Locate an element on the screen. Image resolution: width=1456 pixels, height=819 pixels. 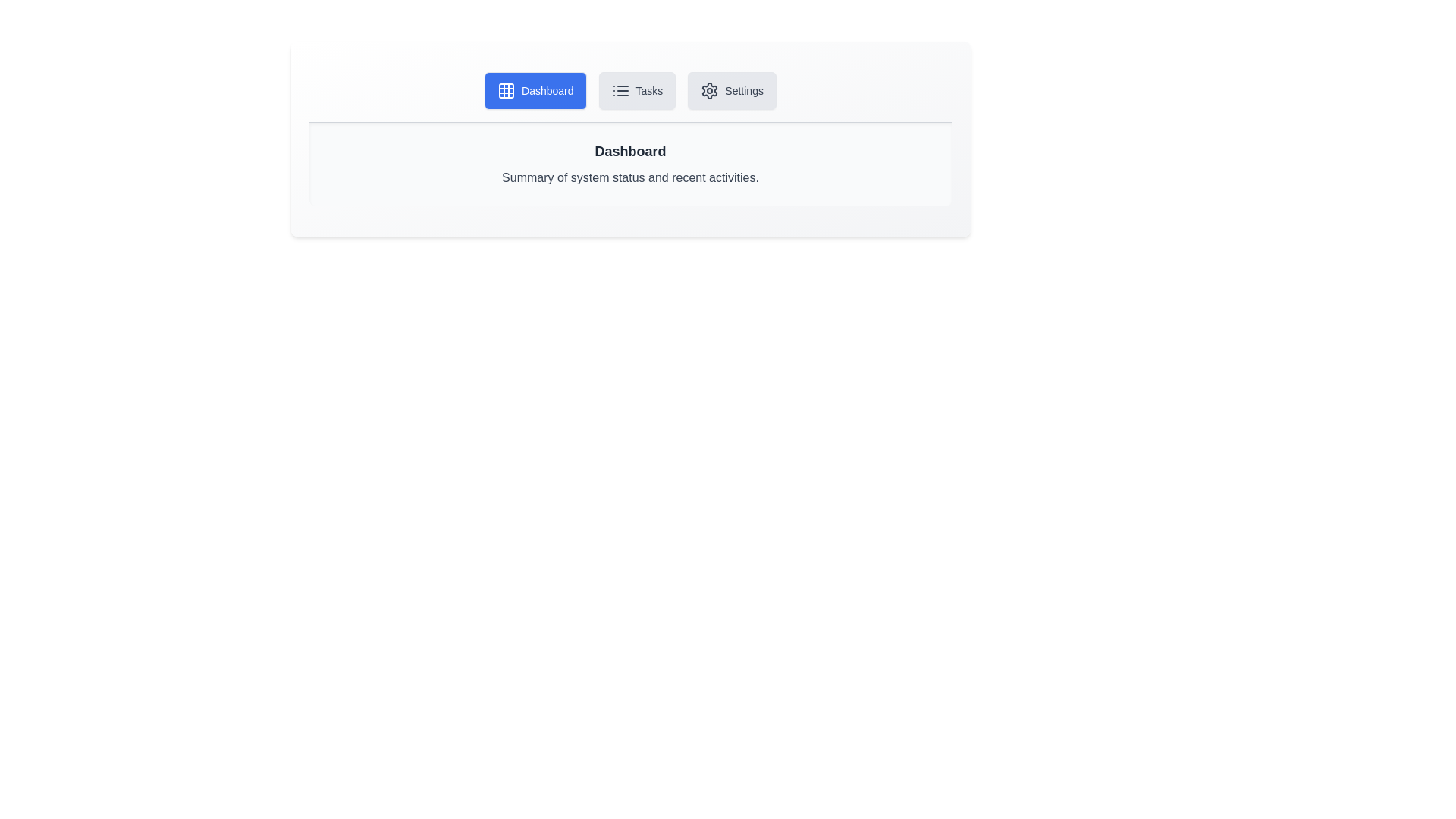
the Settings tab is located at coordinates (732, 90).